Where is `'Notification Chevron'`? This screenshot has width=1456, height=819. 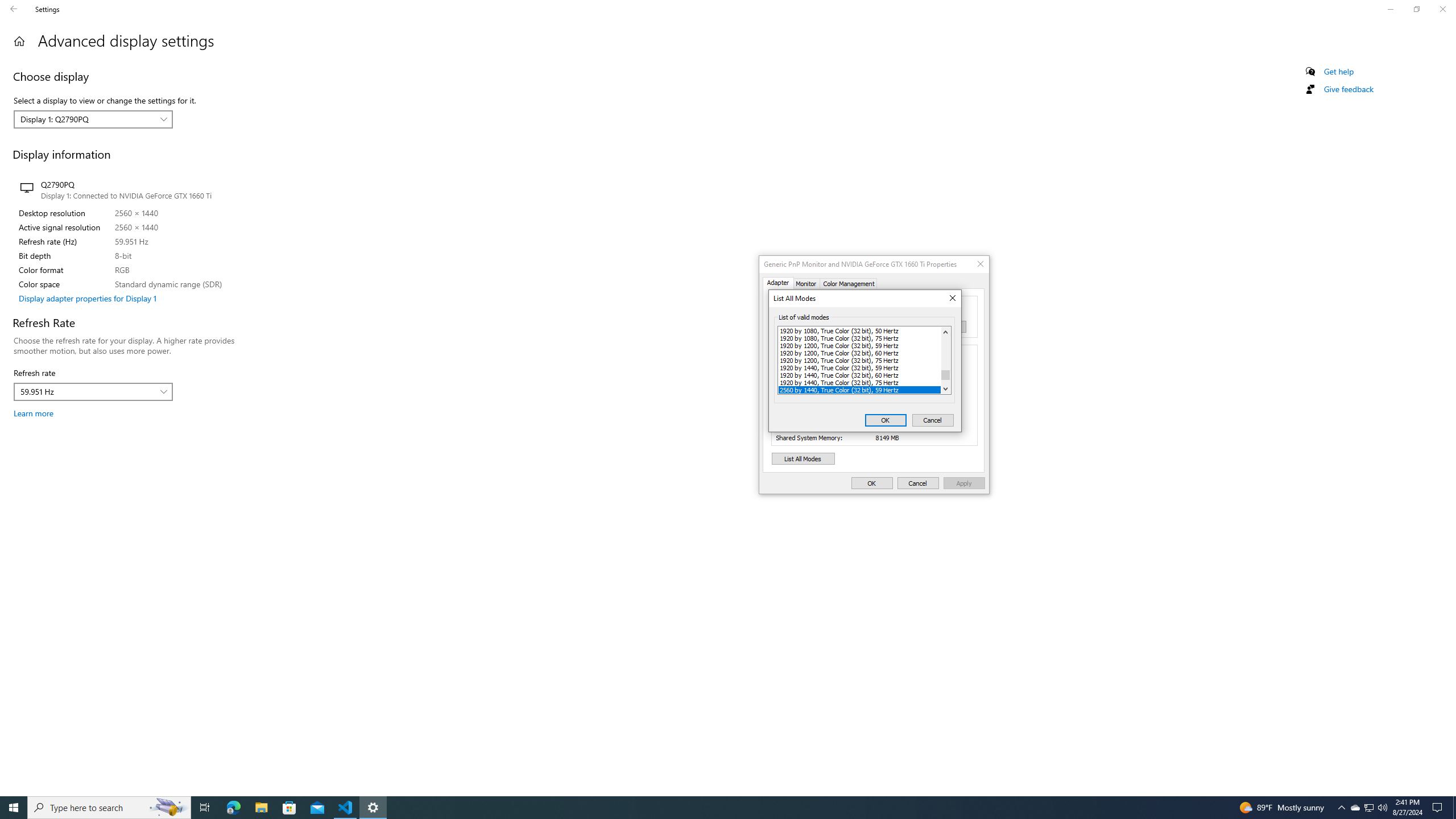
'Notification Chevron' is located at coordinates (1342, 806).